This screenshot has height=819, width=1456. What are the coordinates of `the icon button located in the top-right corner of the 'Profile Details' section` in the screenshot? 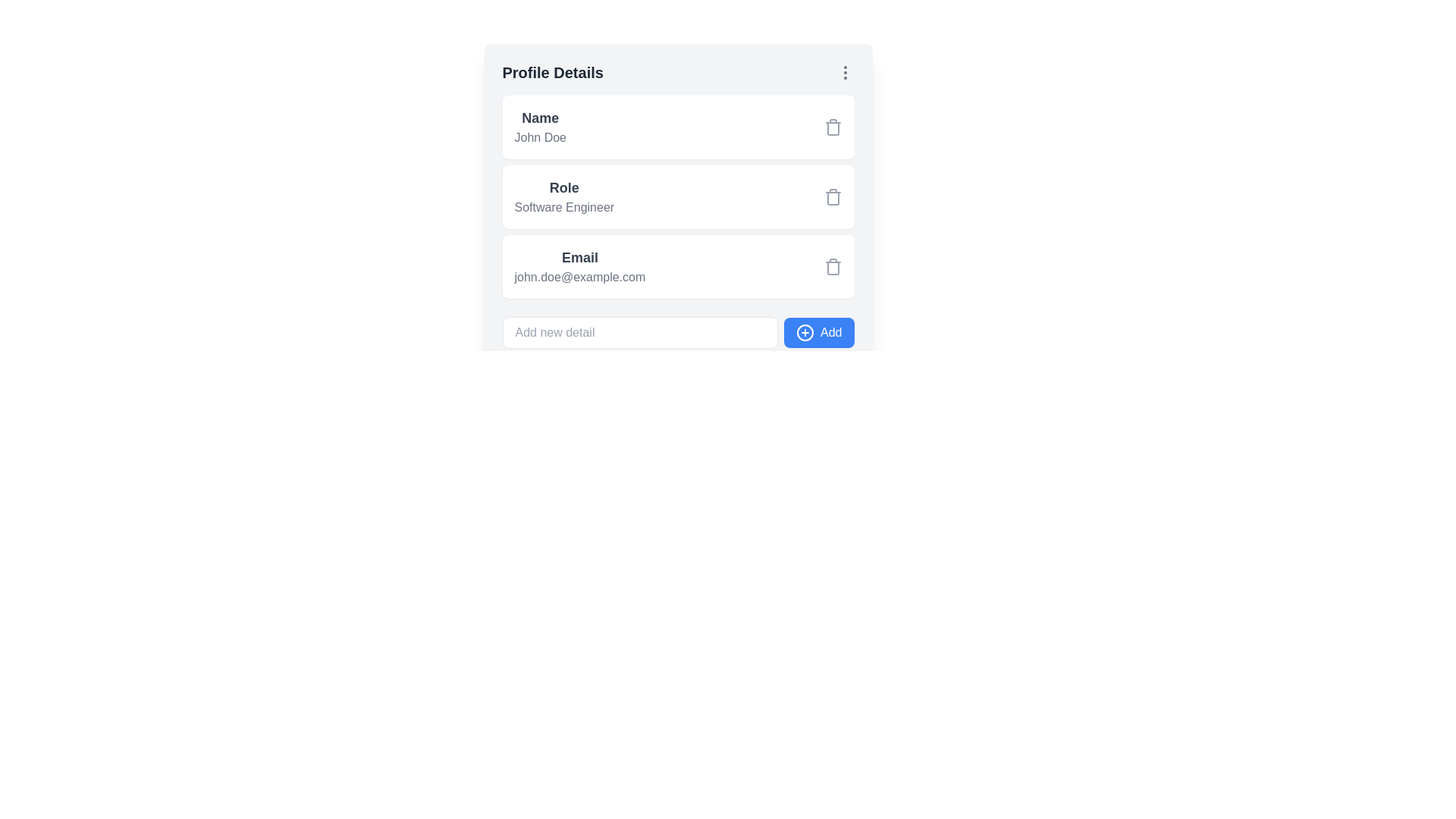 It's located at (844, 73).